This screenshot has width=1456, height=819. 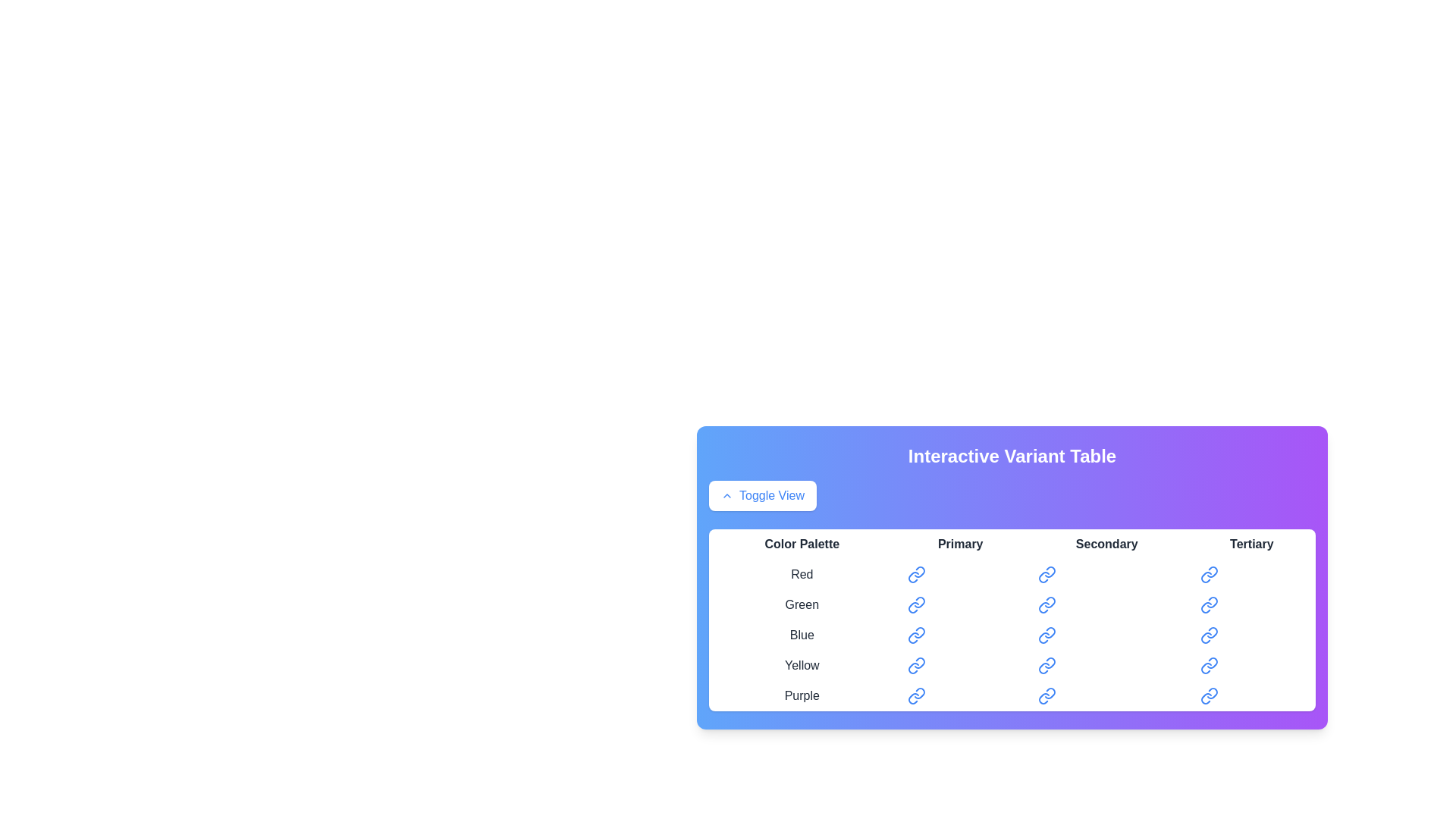 What do you see at coordinates (1043, 698) in the screenshot?
I see `the blue link icon located in the fifth row under the 'Secondary' column corresponding to the 'Purple' row` at bounding box center [1043, 698].